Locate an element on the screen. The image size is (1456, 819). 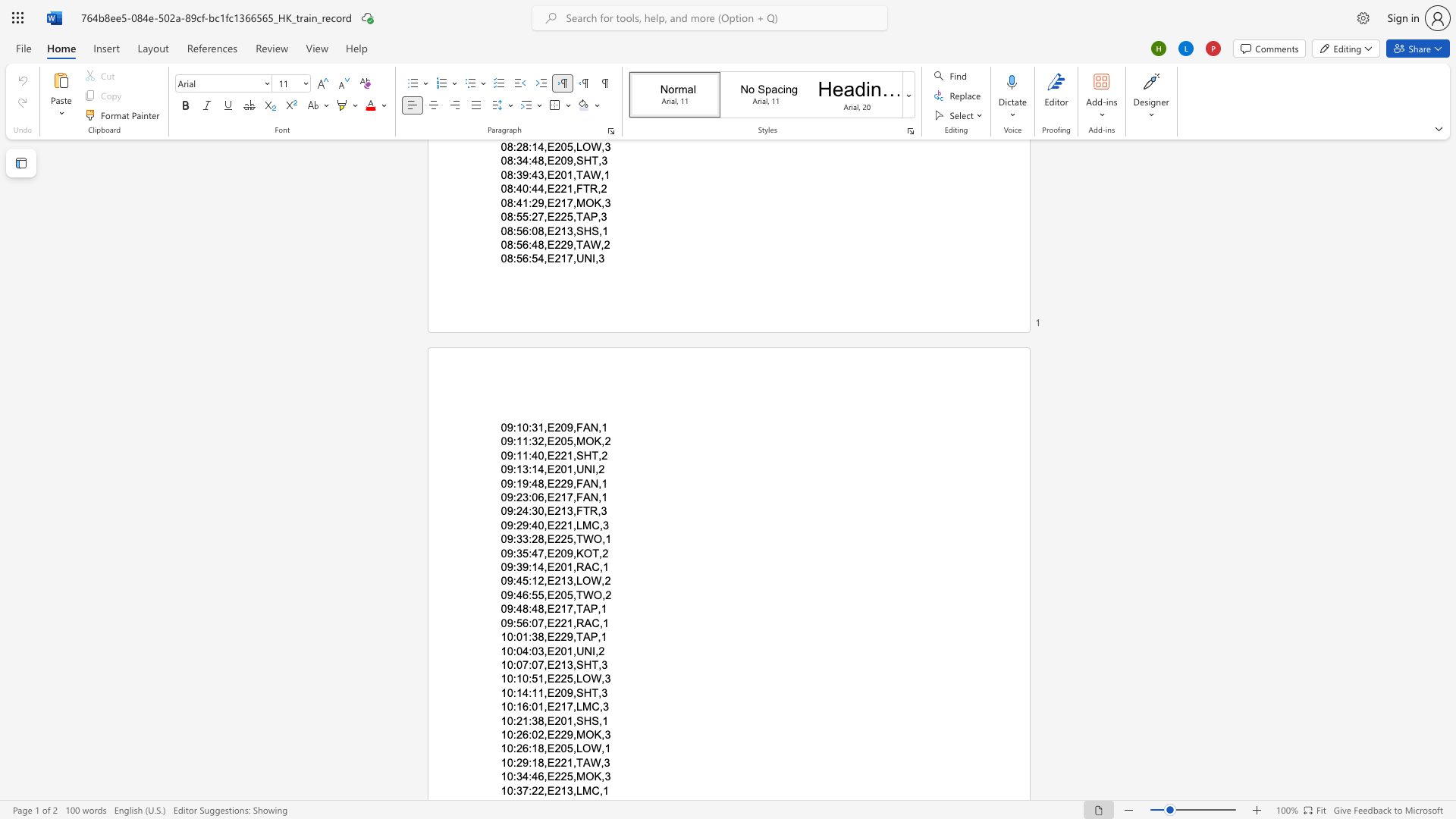
the subset text "21" within the text "10:37:22,E213,LMC,1" is located at coordinates (554, 789).